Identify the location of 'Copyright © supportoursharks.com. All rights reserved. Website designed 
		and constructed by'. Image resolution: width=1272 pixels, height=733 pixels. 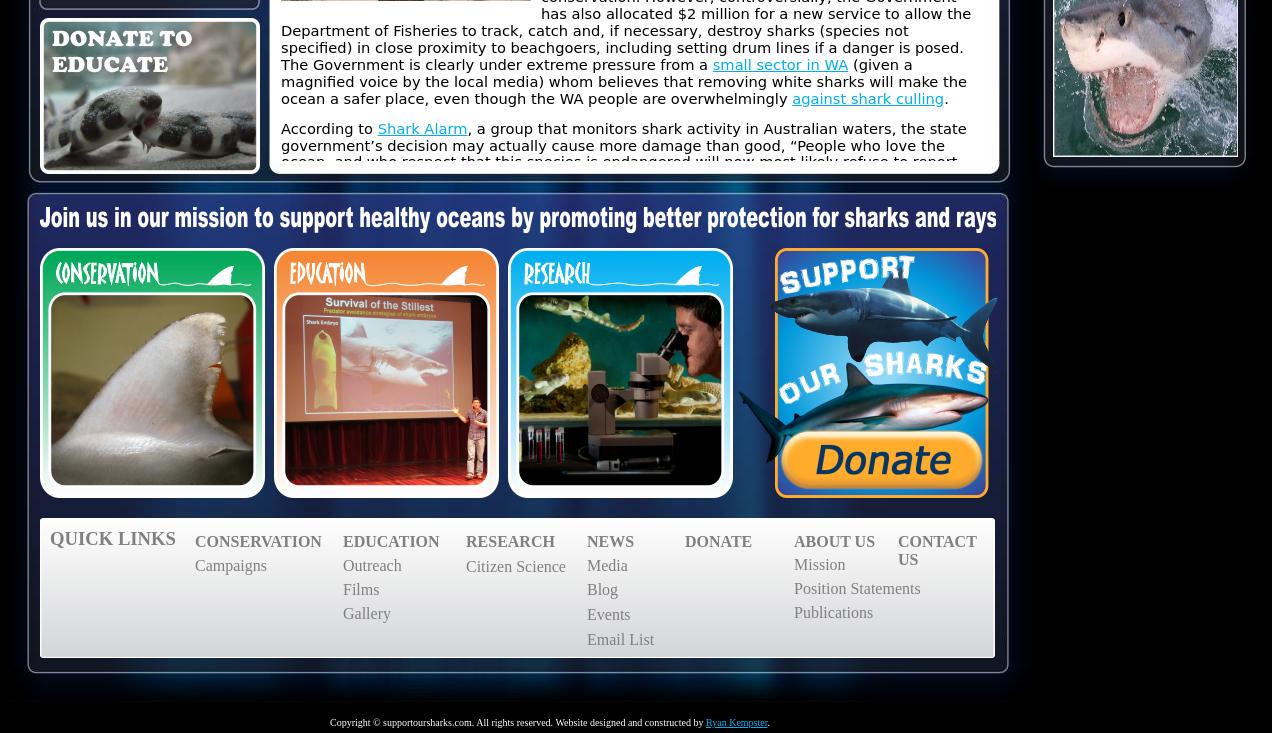
(327, 722).